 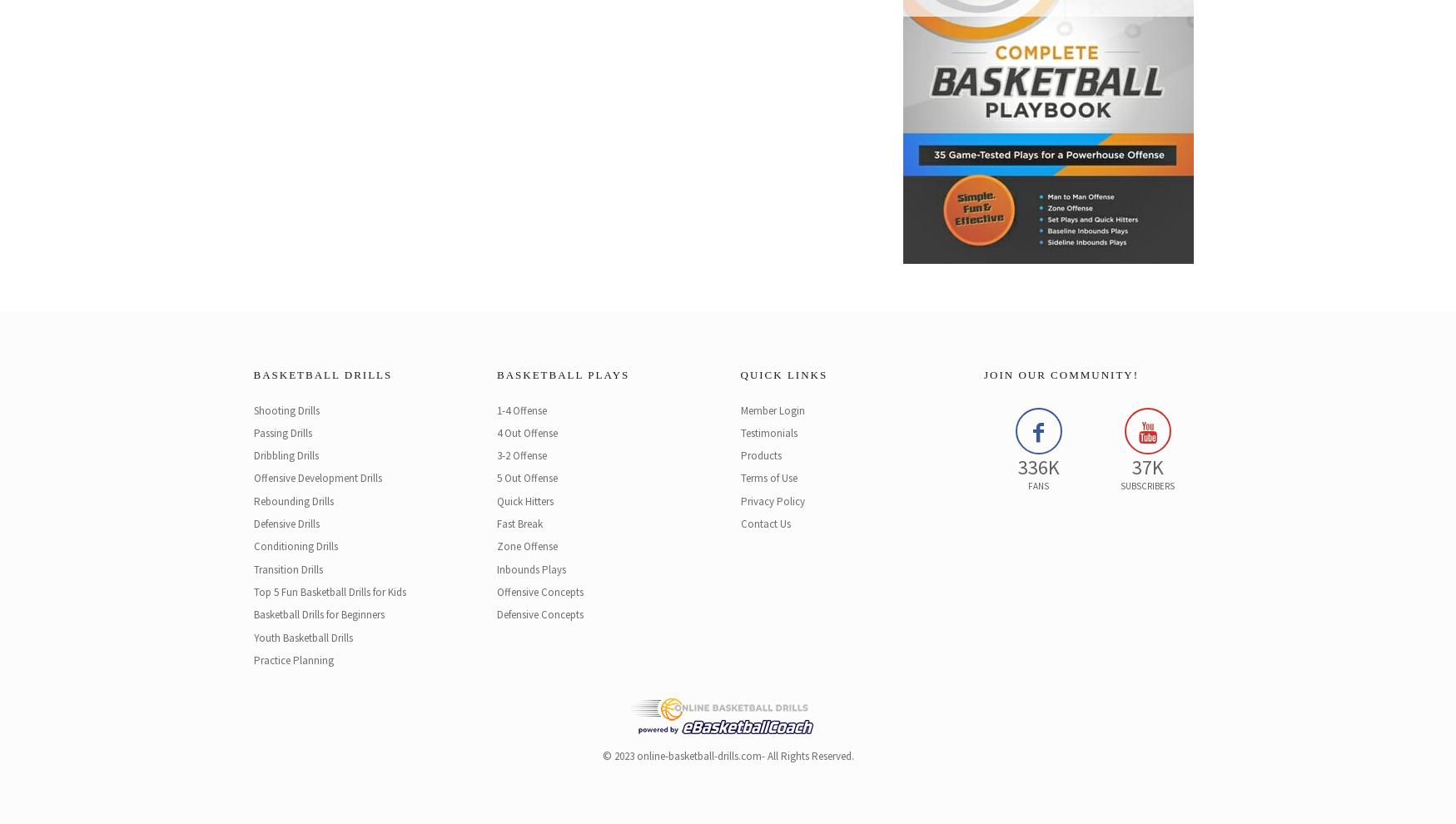 I want to click on 'Fast Break', so click(x=519, y=523).